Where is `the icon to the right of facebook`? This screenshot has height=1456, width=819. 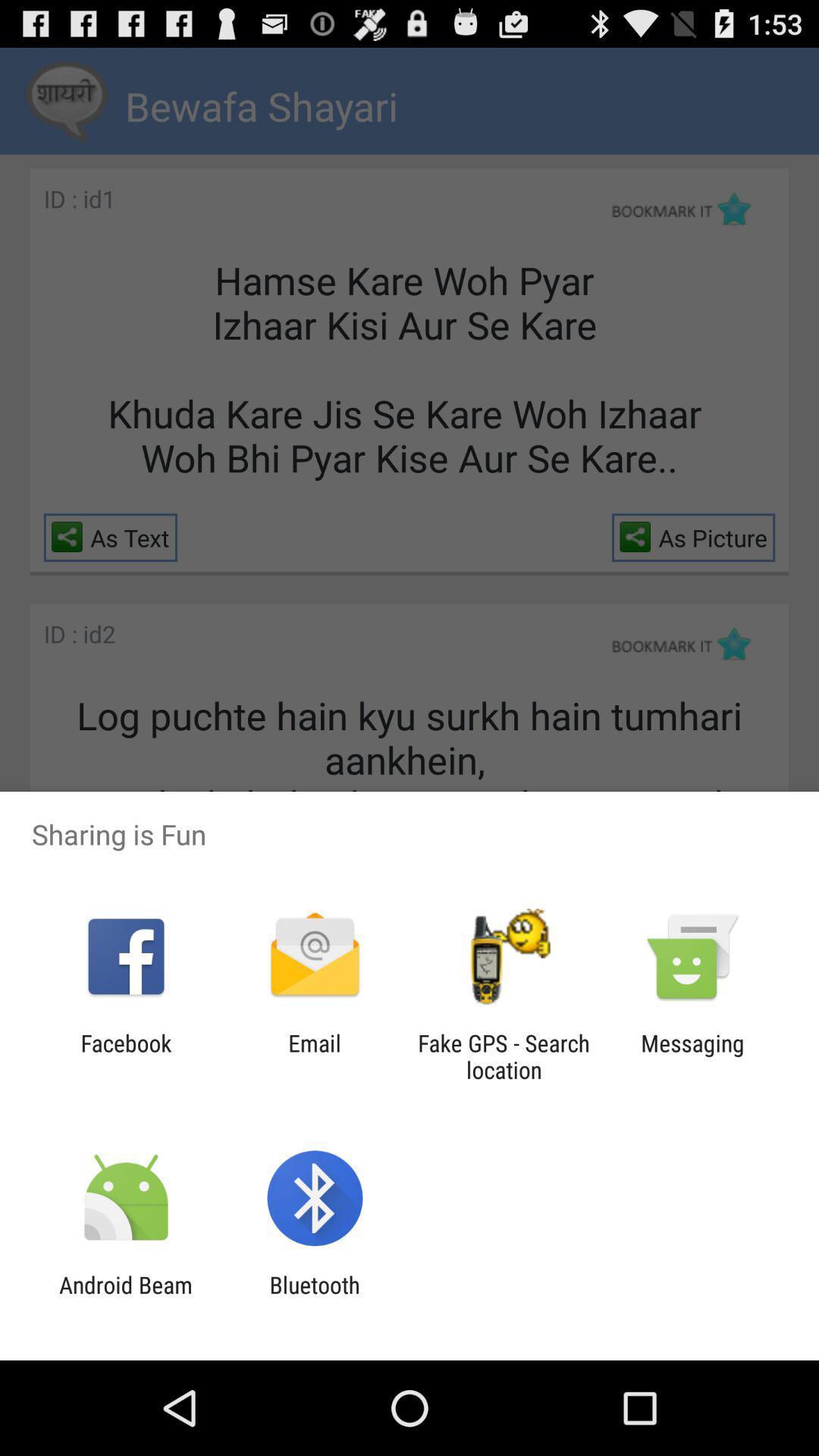 the icon to the right of facebook is located at coordinates (314, 1056).